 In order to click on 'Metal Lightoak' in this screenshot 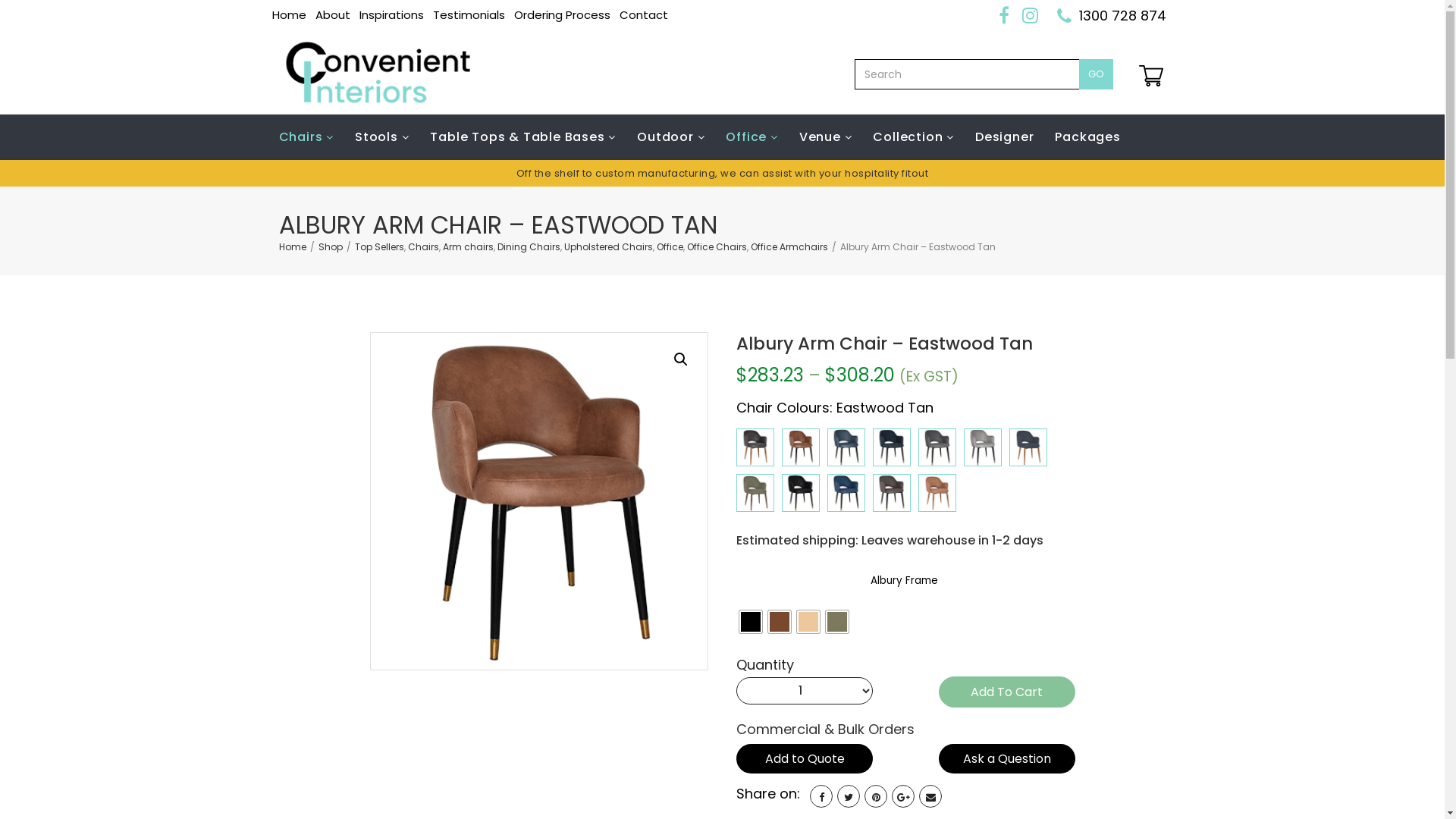, I will do `click(807, 622)`.